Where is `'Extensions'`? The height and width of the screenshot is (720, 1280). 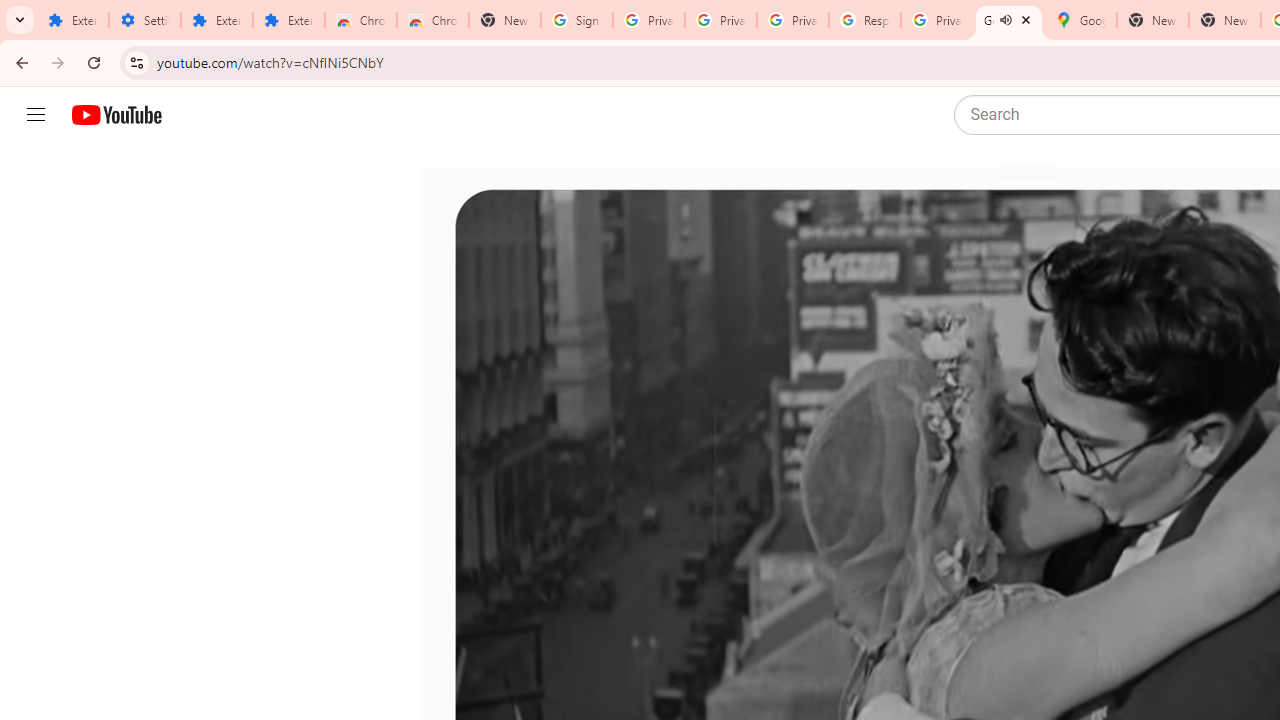 'Extensions' is located at coordinates (288, 20).